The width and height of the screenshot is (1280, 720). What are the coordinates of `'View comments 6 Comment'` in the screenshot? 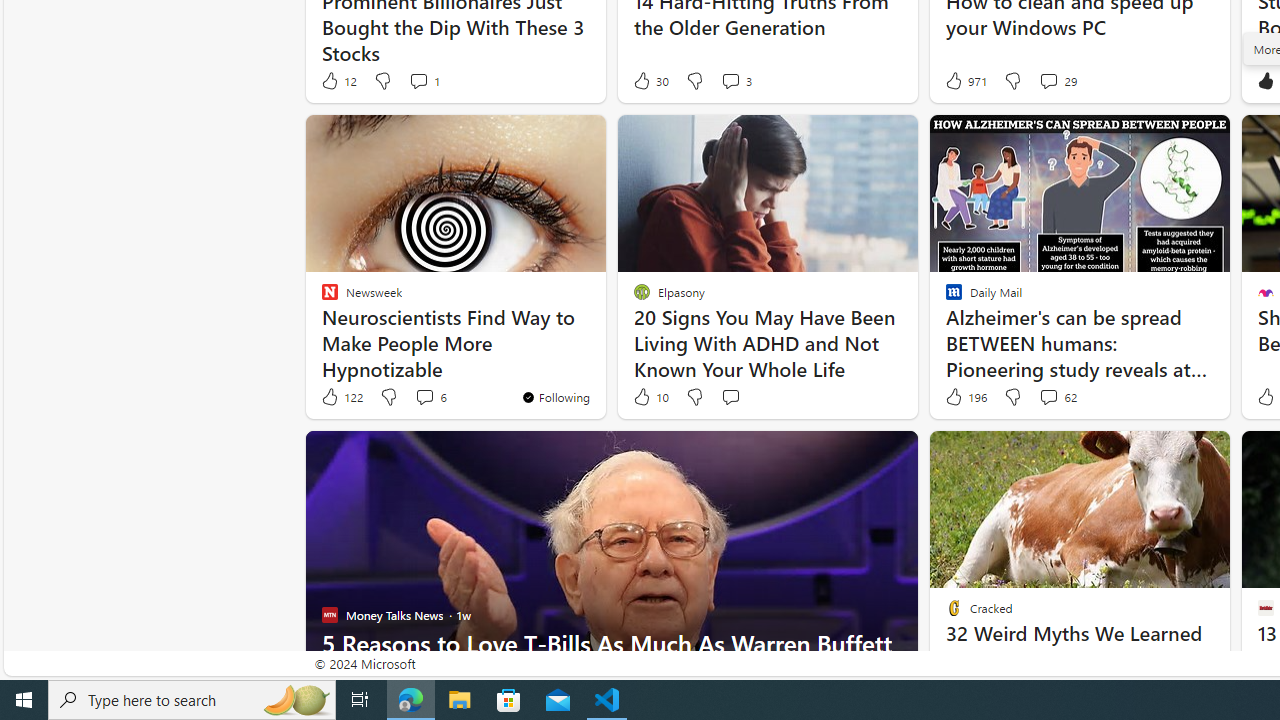 It's located at (429, 397).